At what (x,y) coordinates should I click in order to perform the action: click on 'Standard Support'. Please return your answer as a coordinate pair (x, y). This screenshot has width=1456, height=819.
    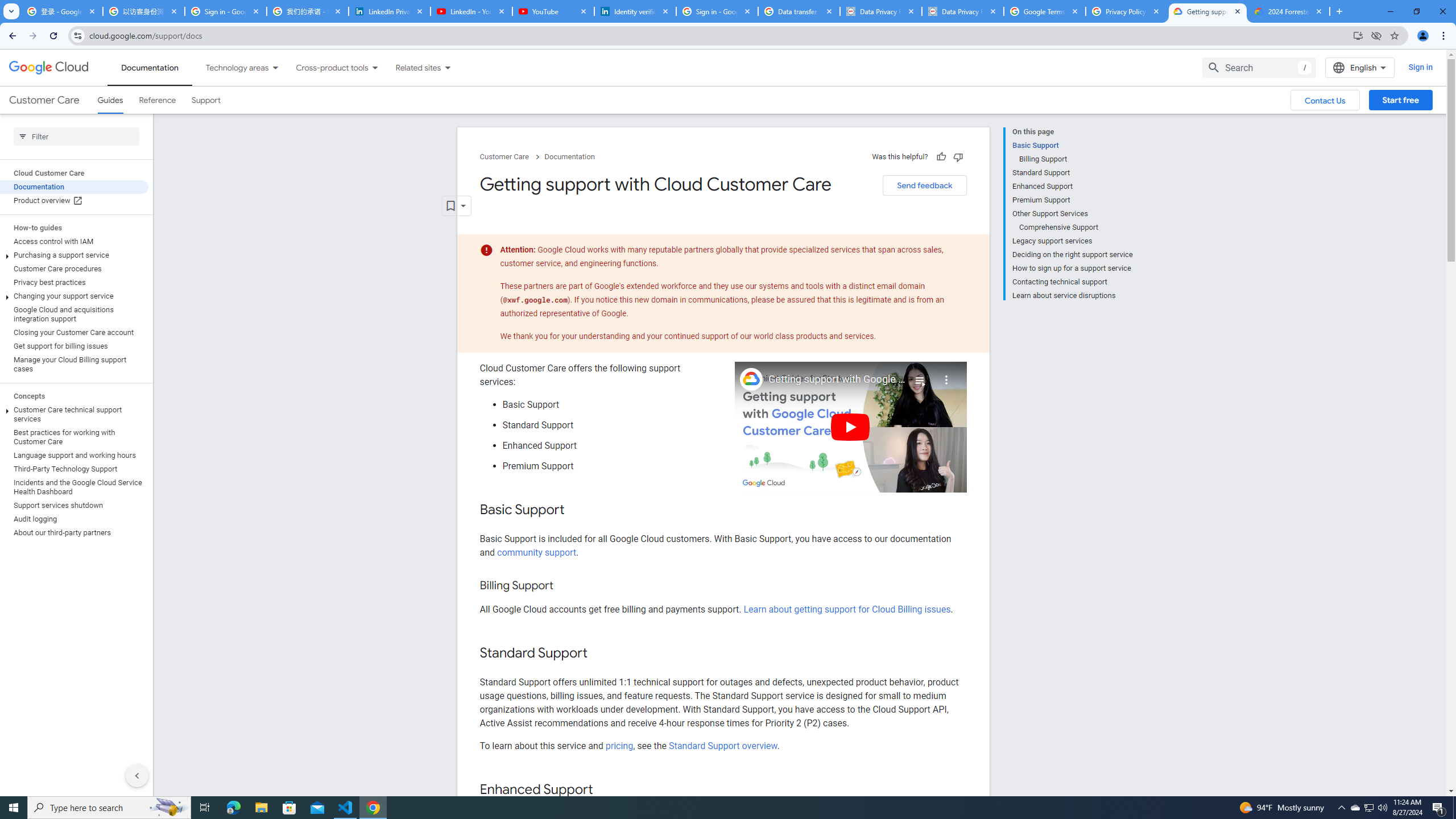
    Looking at the image, I should click on (1072, 172).